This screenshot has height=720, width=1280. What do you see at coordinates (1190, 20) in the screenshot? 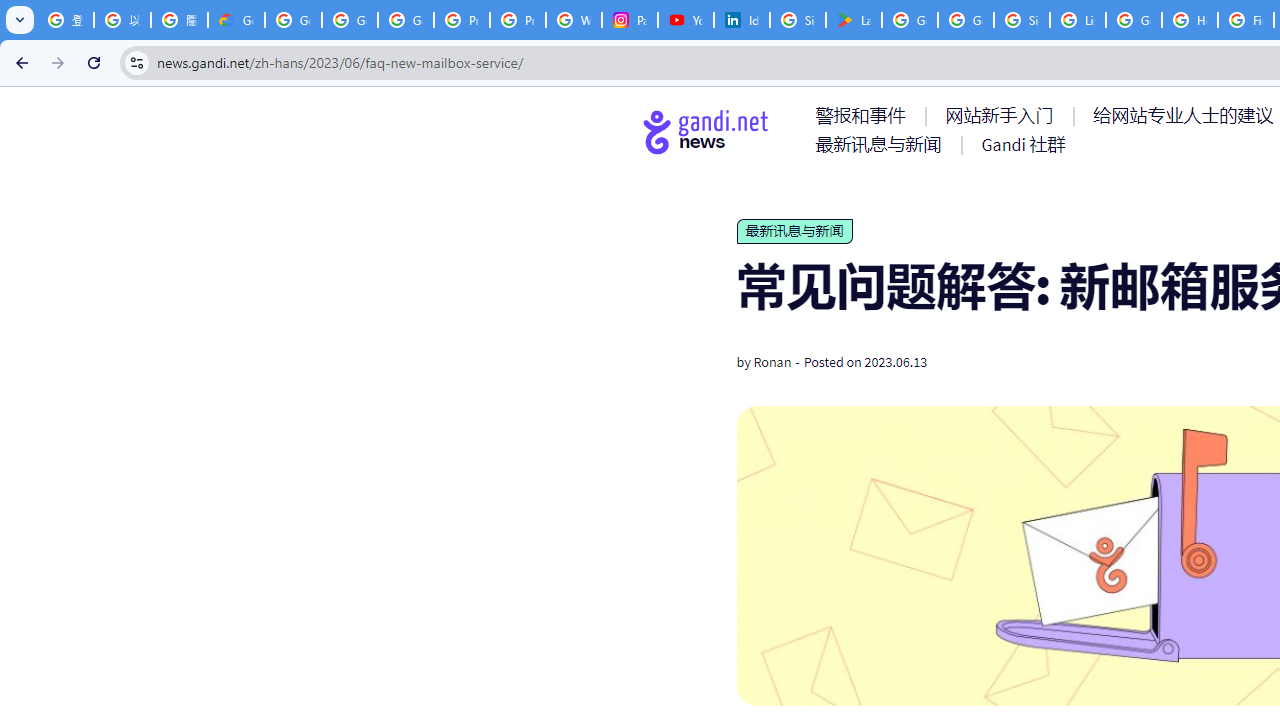
I see `'How do I create a new Google Account? - Google Account Help'` at bounding box center [1190, 20].